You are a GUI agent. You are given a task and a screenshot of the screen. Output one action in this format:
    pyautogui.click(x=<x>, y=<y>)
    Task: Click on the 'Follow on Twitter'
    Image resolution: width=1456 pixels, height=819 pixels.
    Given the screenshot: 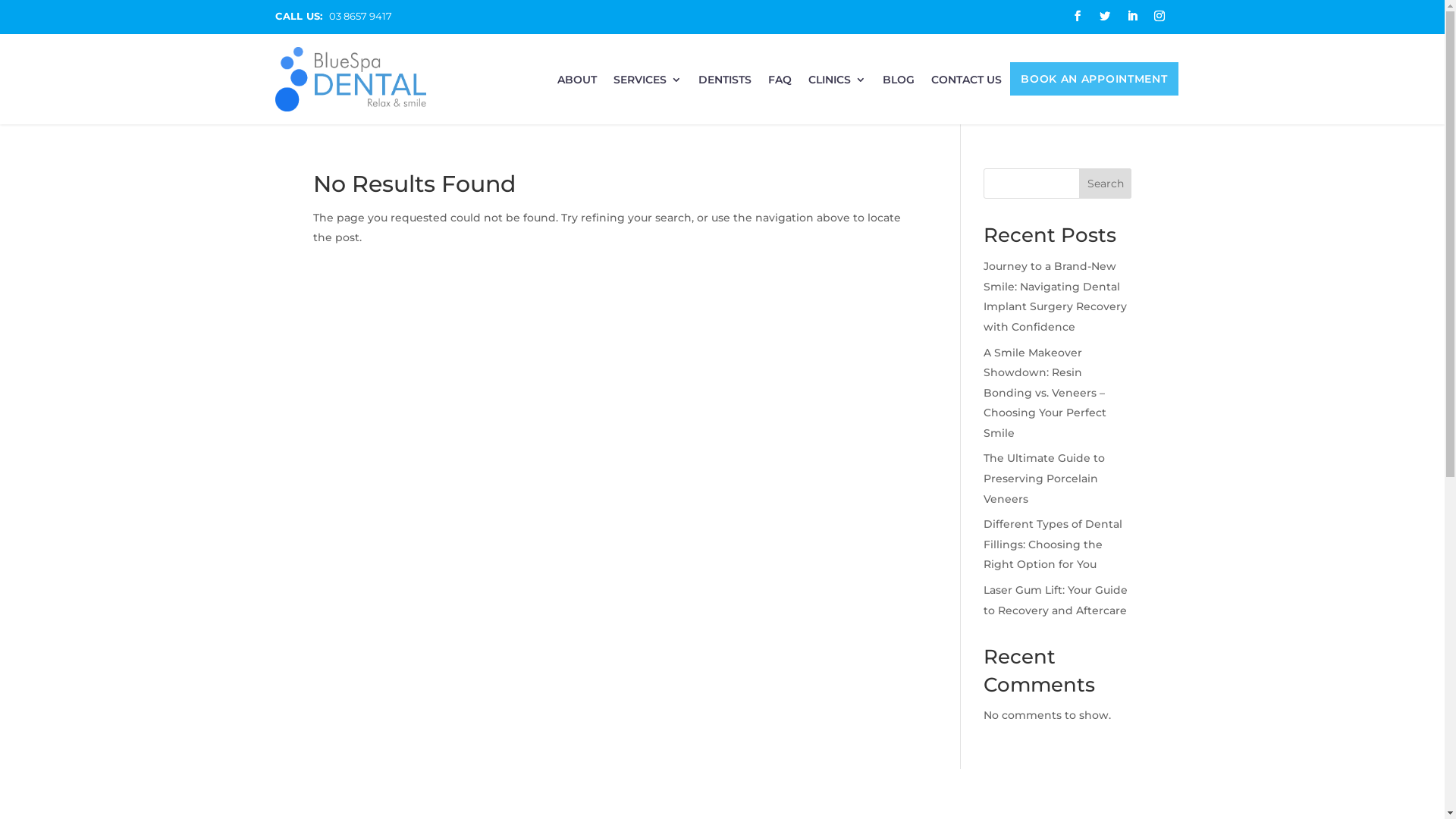 What is the action you would take?
    pyautogui.click(x=1103, y=15)
    